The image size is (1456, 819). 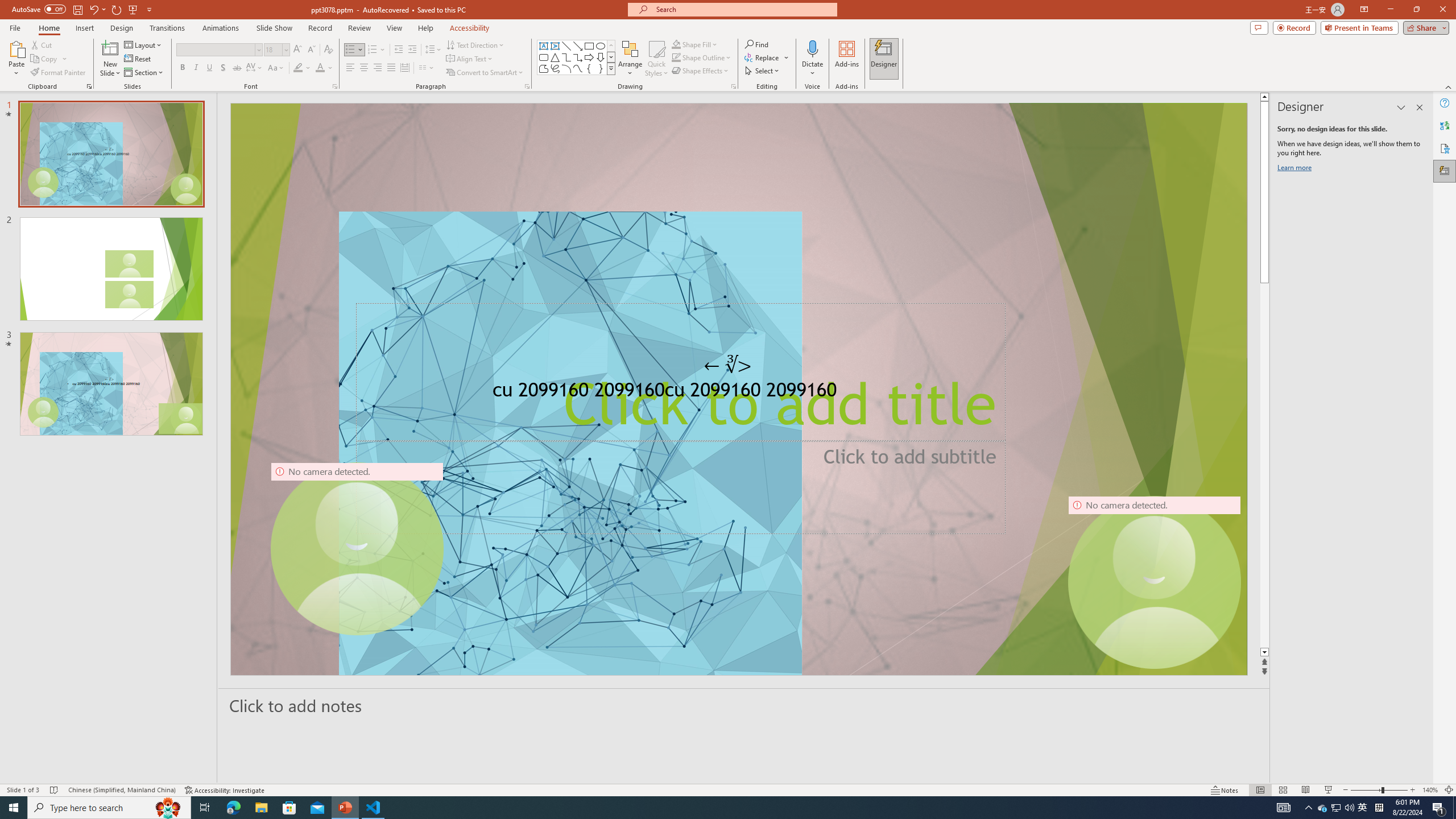 I want to click on 'Shape Outline Green, Accent 1', so click(x=676, y=56).